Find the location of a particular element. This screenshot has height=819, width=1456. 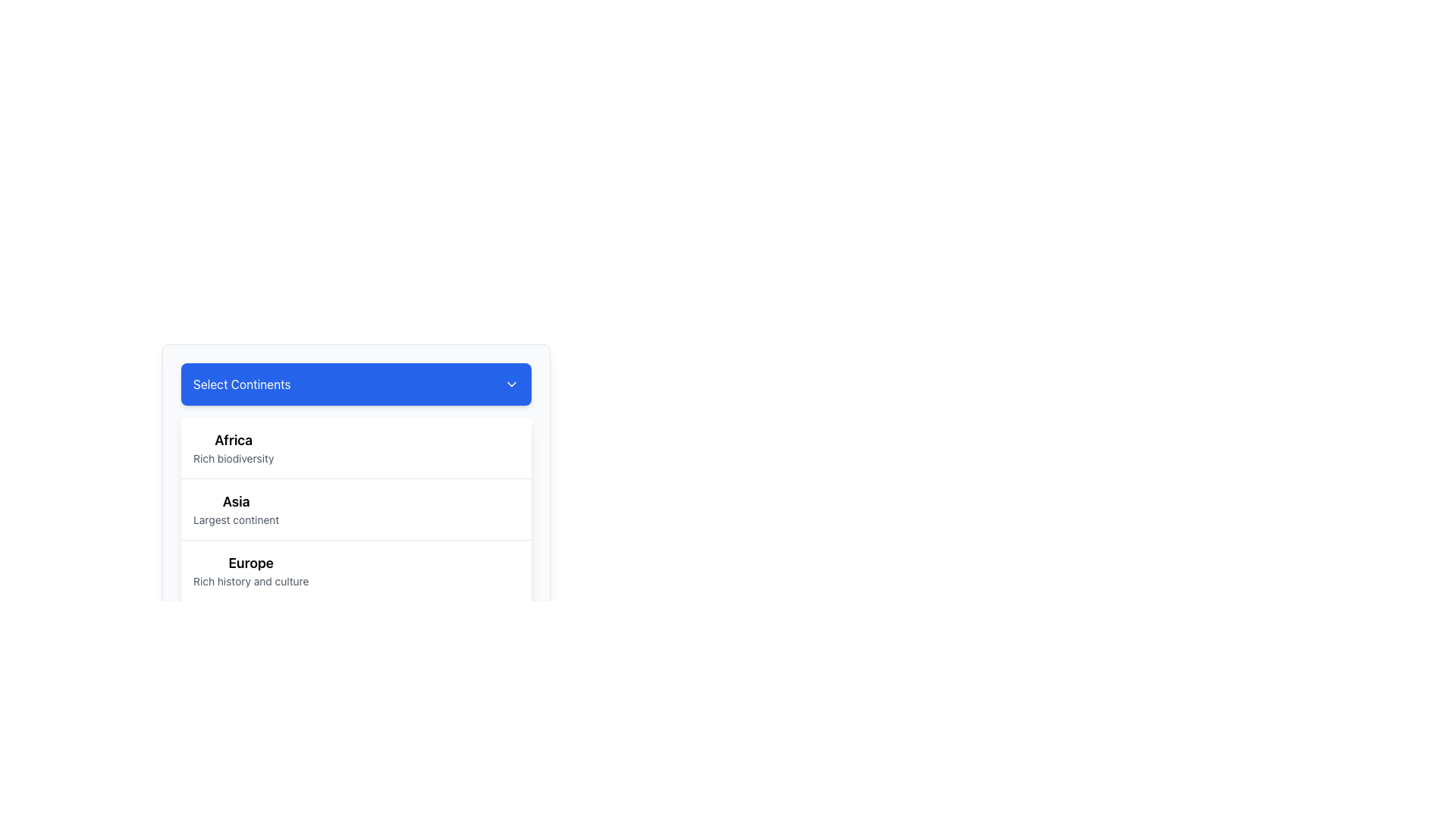

the first list item labeled 'Africa' with the description 'Rich biodiversity' is located at coordinates (356, 447).